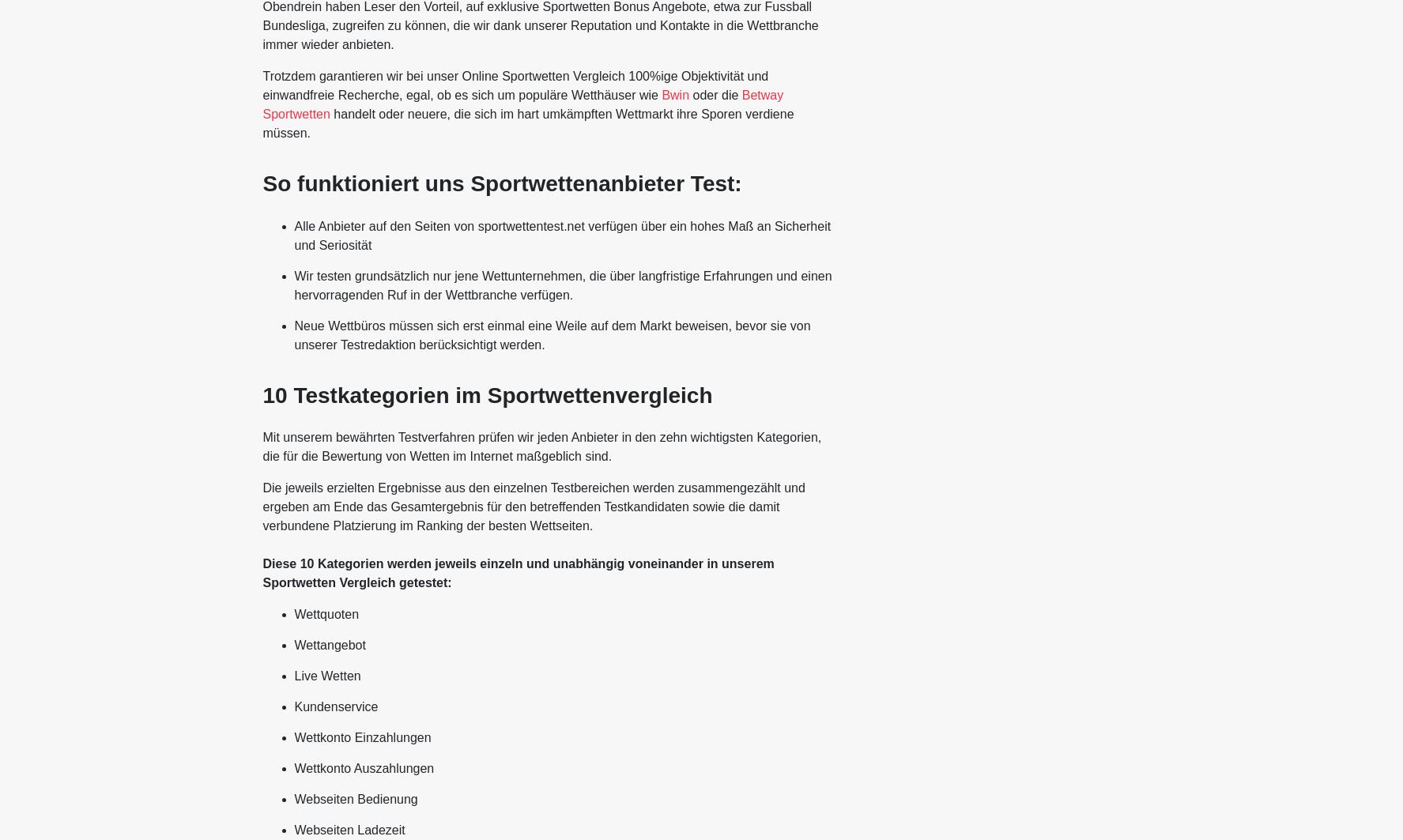  Describe the element at coordinates (501, 183) in the screenshot. I see `'So funktioniert uns Sportwettenanbieter Test:'` at that location.